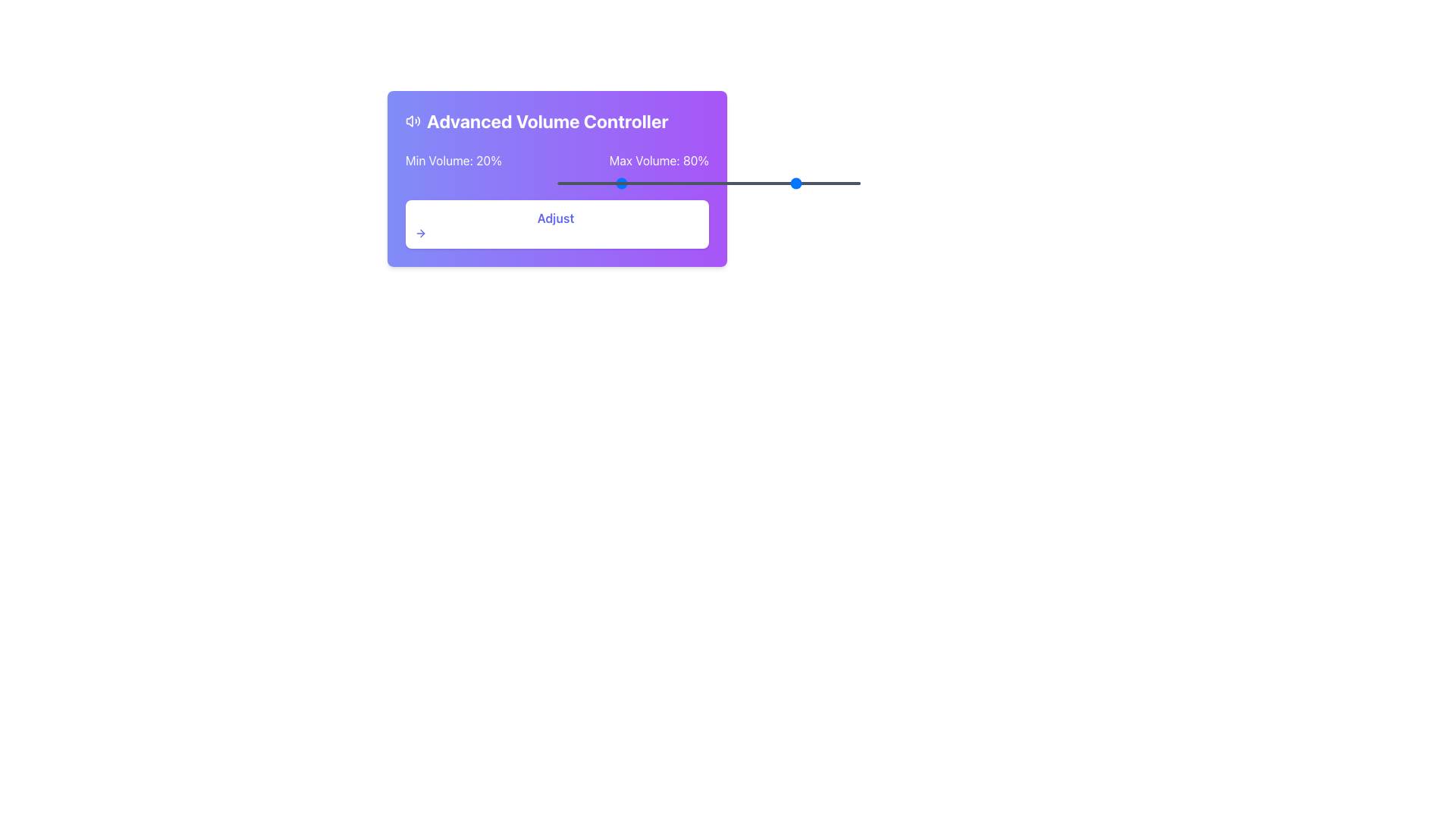 This screenshot has height=819, width=1456. What do you see at coordinates (556, 224) in the screenshot?
I see `the 'Adjust' button with indigo blue text, located in the 'Advanced Volume Controller' section` at bounding box center [556, 224].